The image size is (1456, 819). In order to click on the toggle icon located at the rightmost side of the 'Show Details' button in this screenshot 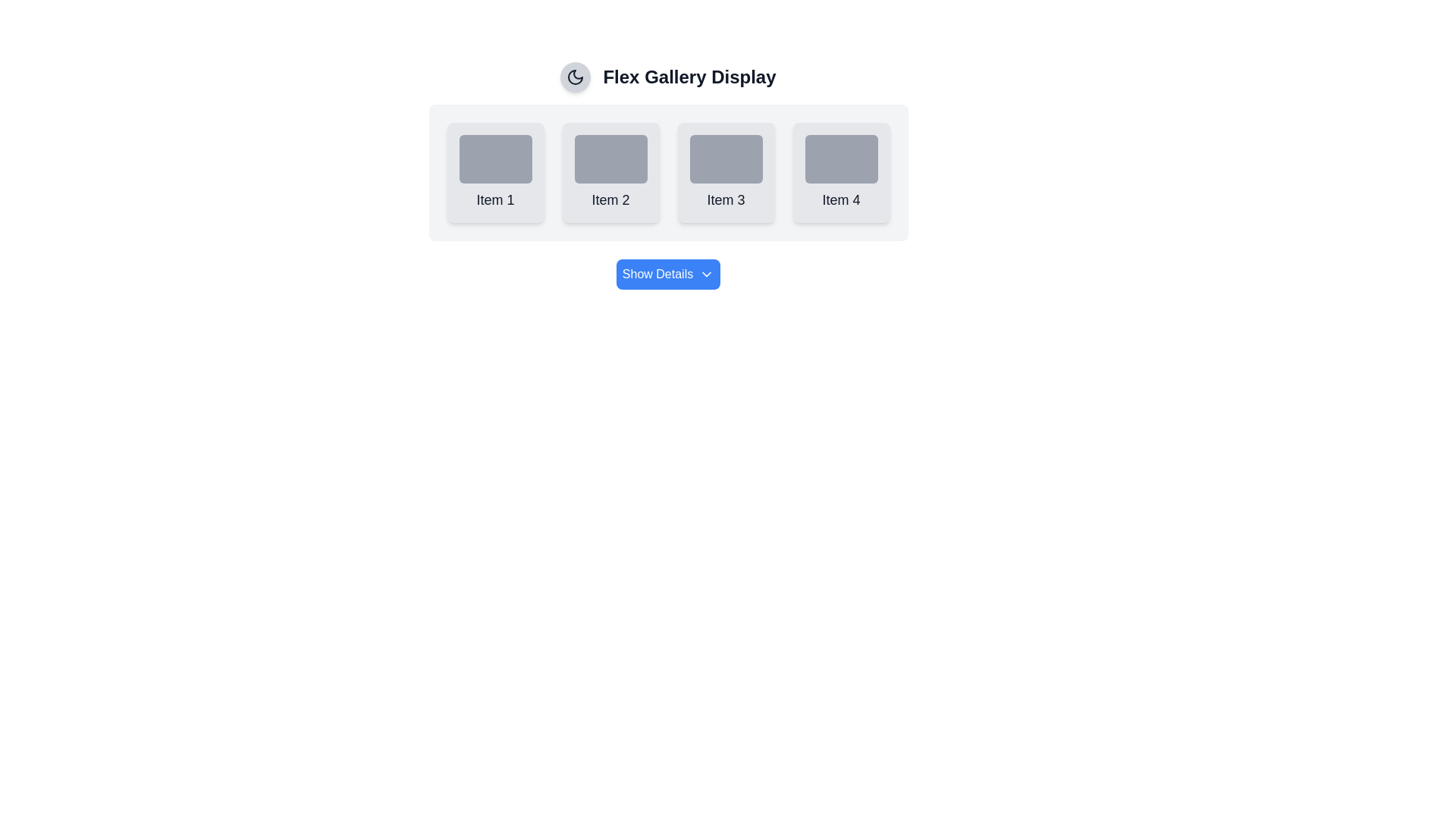, I will do `click(706, 275)`.